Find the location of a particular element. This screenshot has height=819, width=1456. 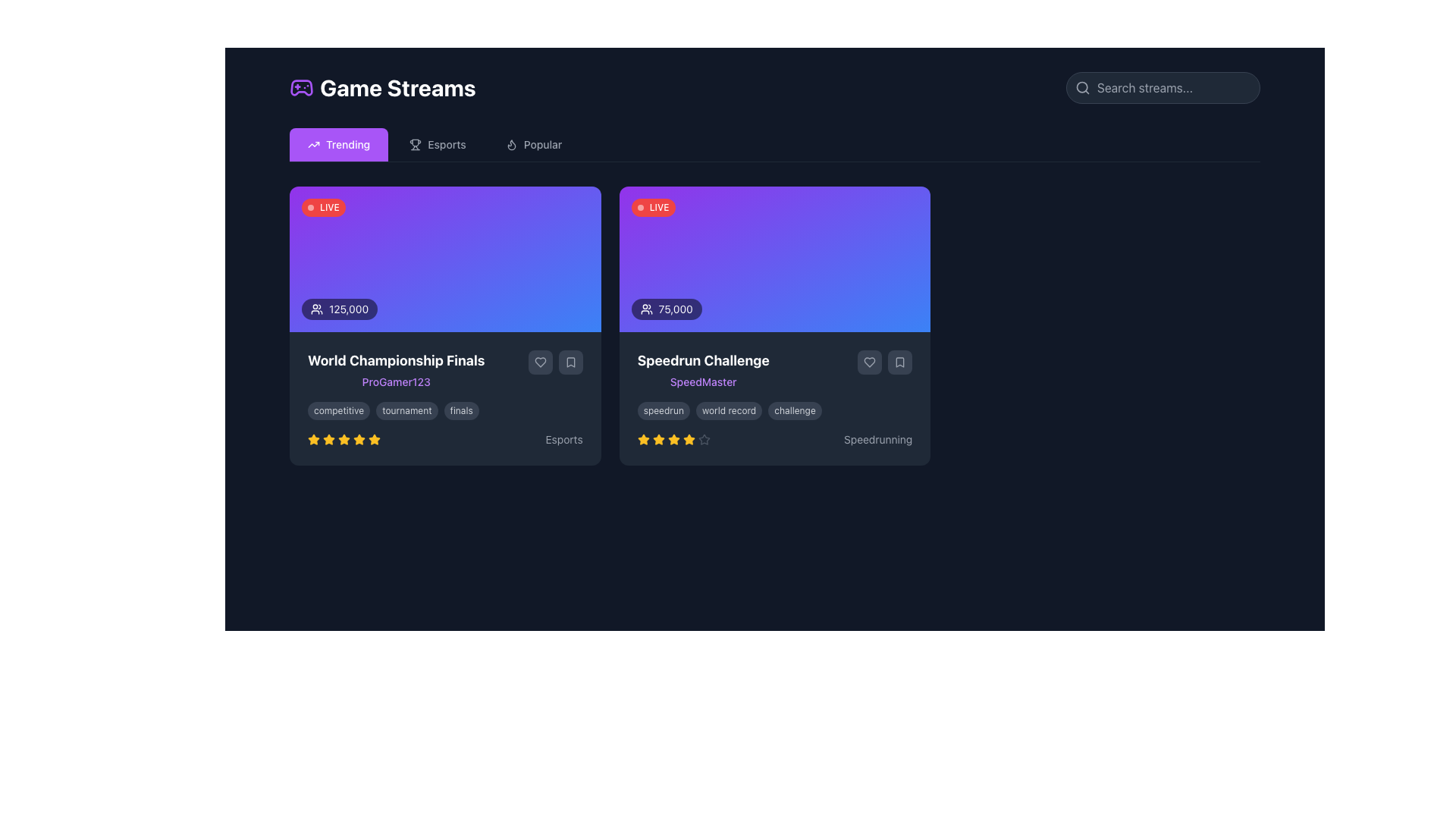

the second label displaying 'world record' in lowercase, which has a dark gray background and is located below the 'Speedrun Challenge' card is located at coordinates (729, 411).